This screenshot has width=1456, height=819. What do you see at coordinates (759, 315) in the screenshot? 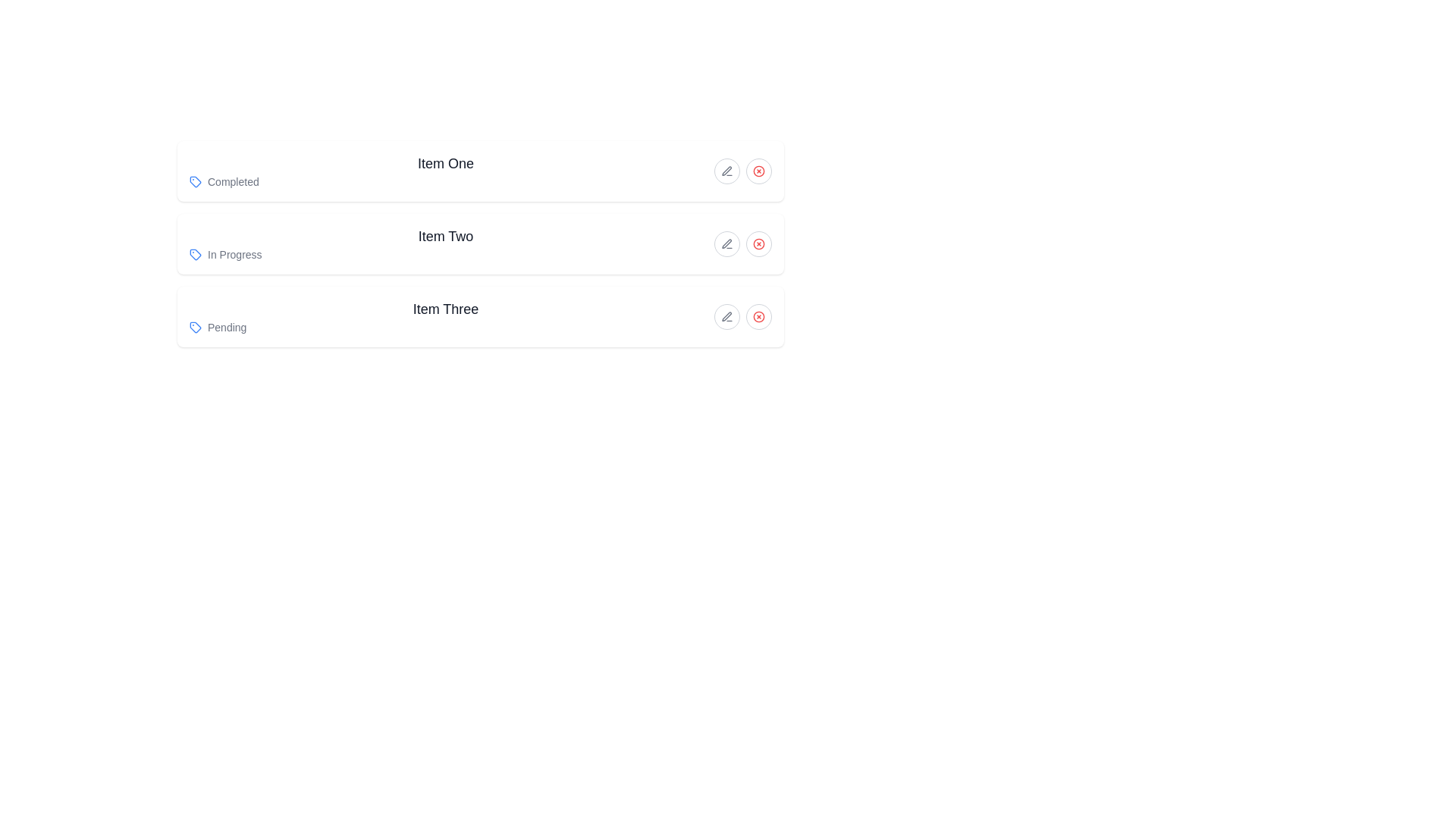
I see `the third delete Icon button located in the rightmost portion of the third row` at bounding box center [759, 315].